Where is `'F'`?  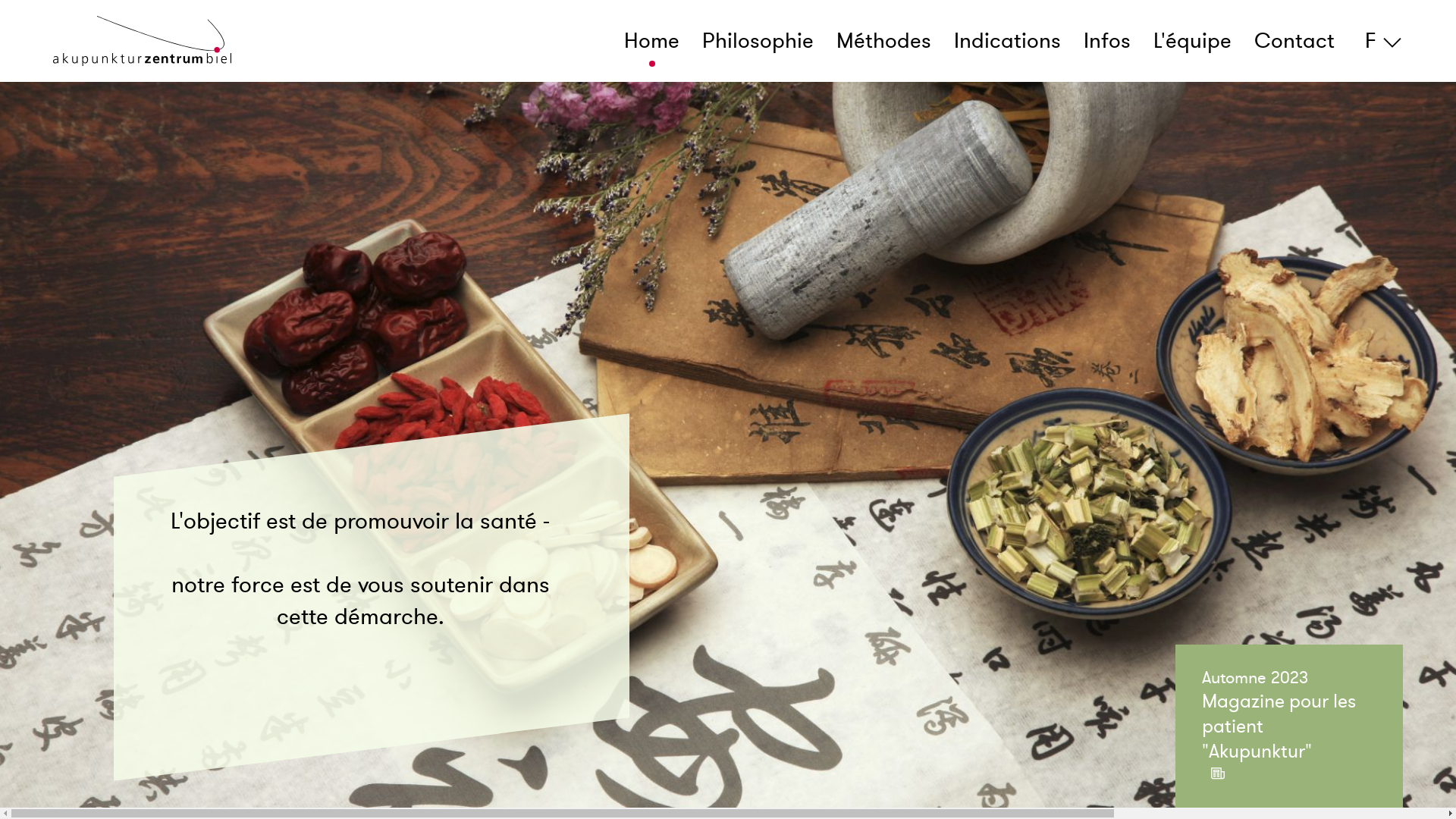
'F' is located at coordinates (1379, 40).